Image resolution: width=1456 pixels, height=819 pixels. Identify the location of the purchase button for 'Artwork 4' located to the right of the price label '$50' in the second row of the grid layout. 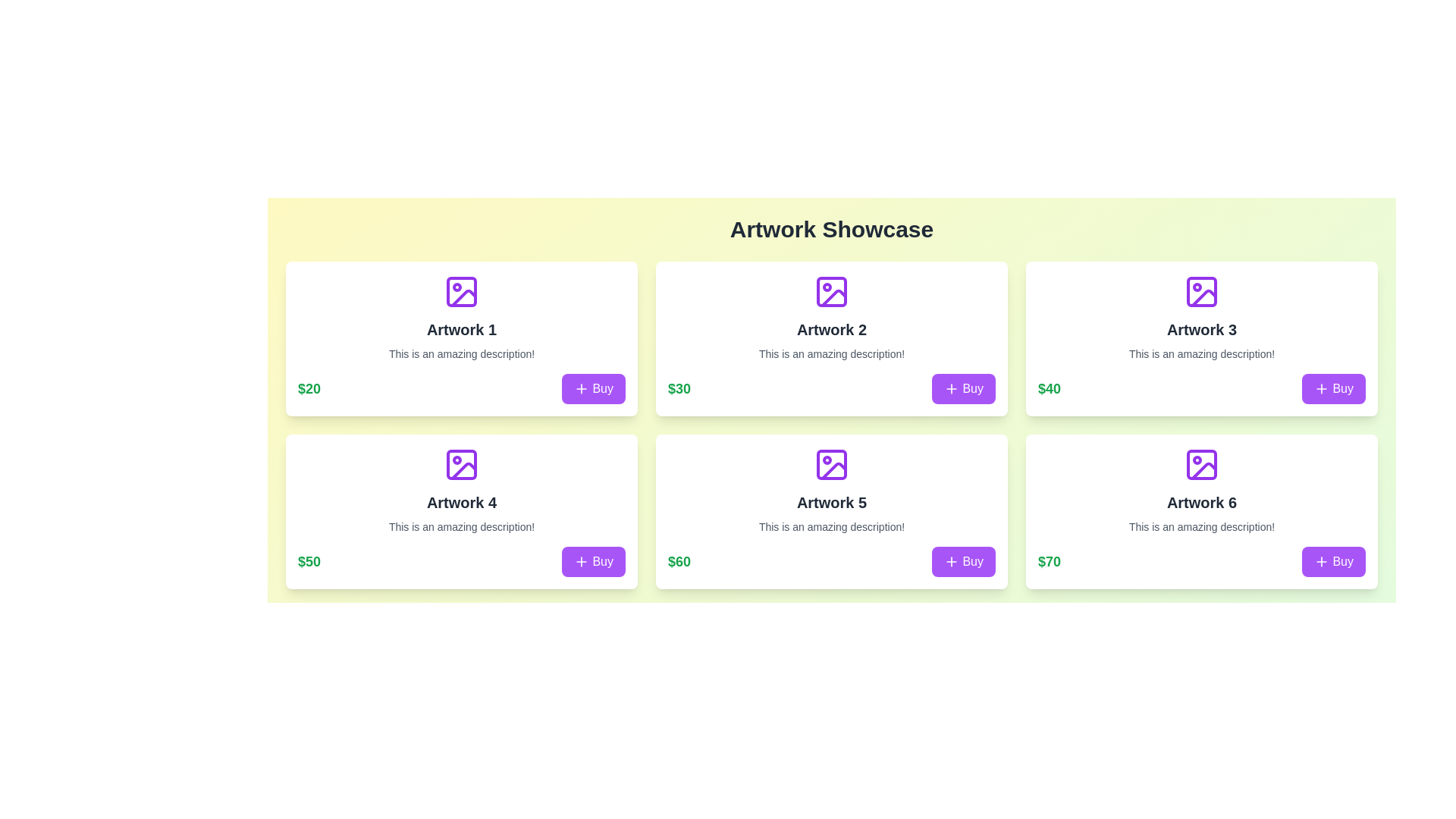
(593, 561).